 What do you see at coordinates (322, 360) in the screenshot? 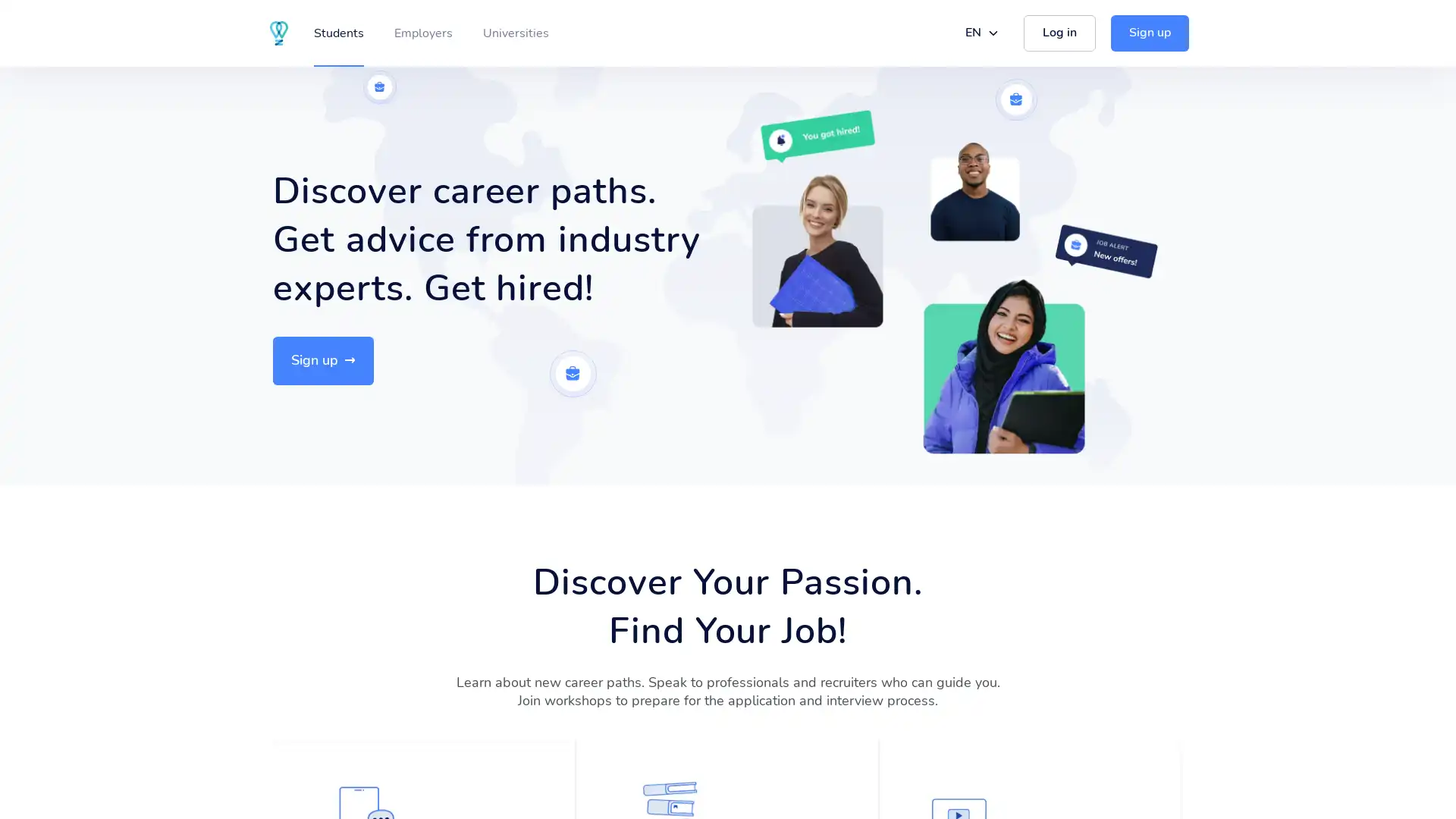
I see `Sign up` at bounding box center [322, 360].